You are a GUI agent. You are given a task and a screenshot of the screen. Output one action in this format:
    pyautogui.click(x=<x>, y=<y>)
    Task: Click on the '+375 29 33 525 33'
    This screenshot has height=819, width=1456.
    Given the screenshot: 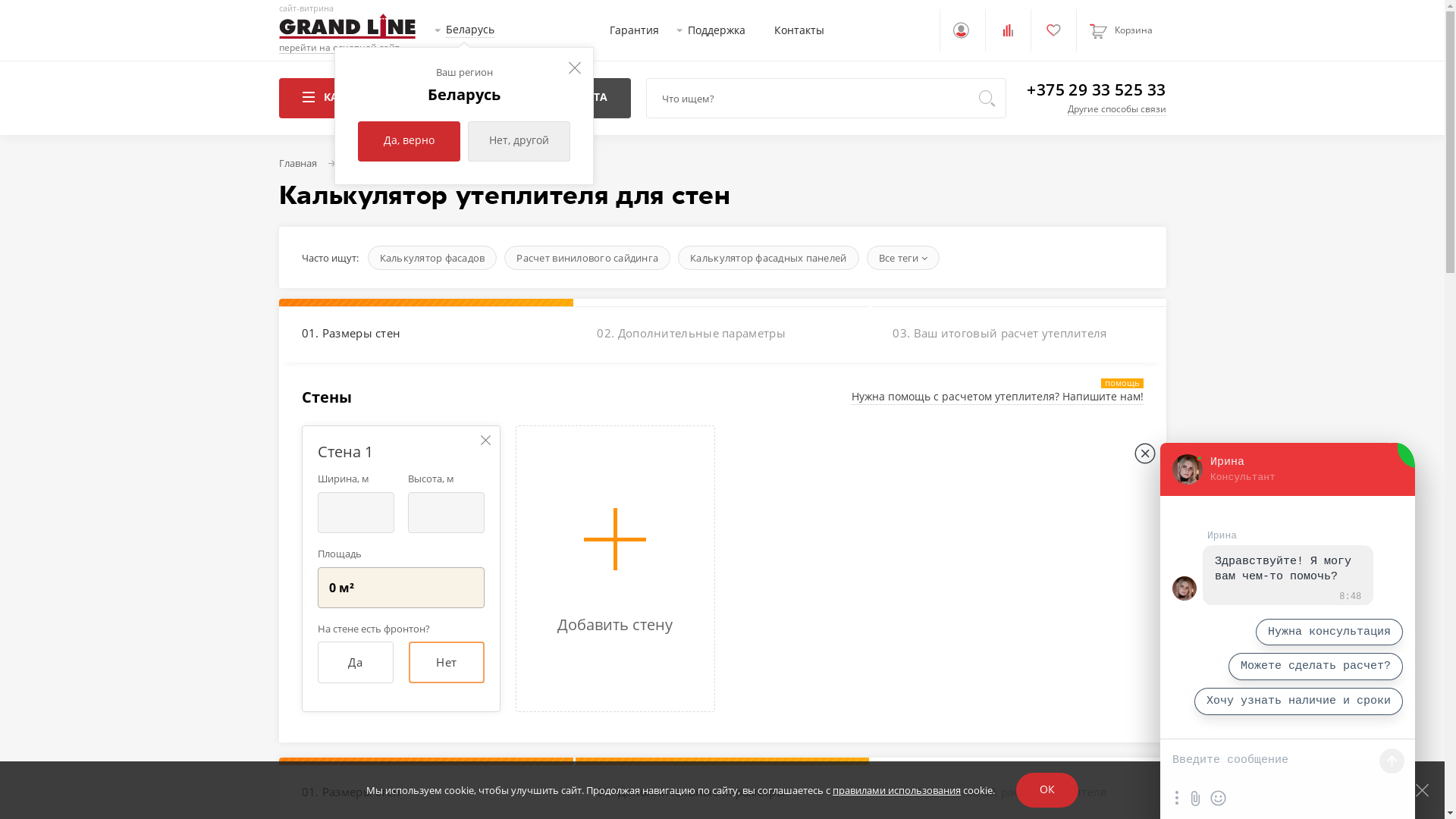 What is the action you would take?
    pyautogui.click(x=1096, y=89)
    